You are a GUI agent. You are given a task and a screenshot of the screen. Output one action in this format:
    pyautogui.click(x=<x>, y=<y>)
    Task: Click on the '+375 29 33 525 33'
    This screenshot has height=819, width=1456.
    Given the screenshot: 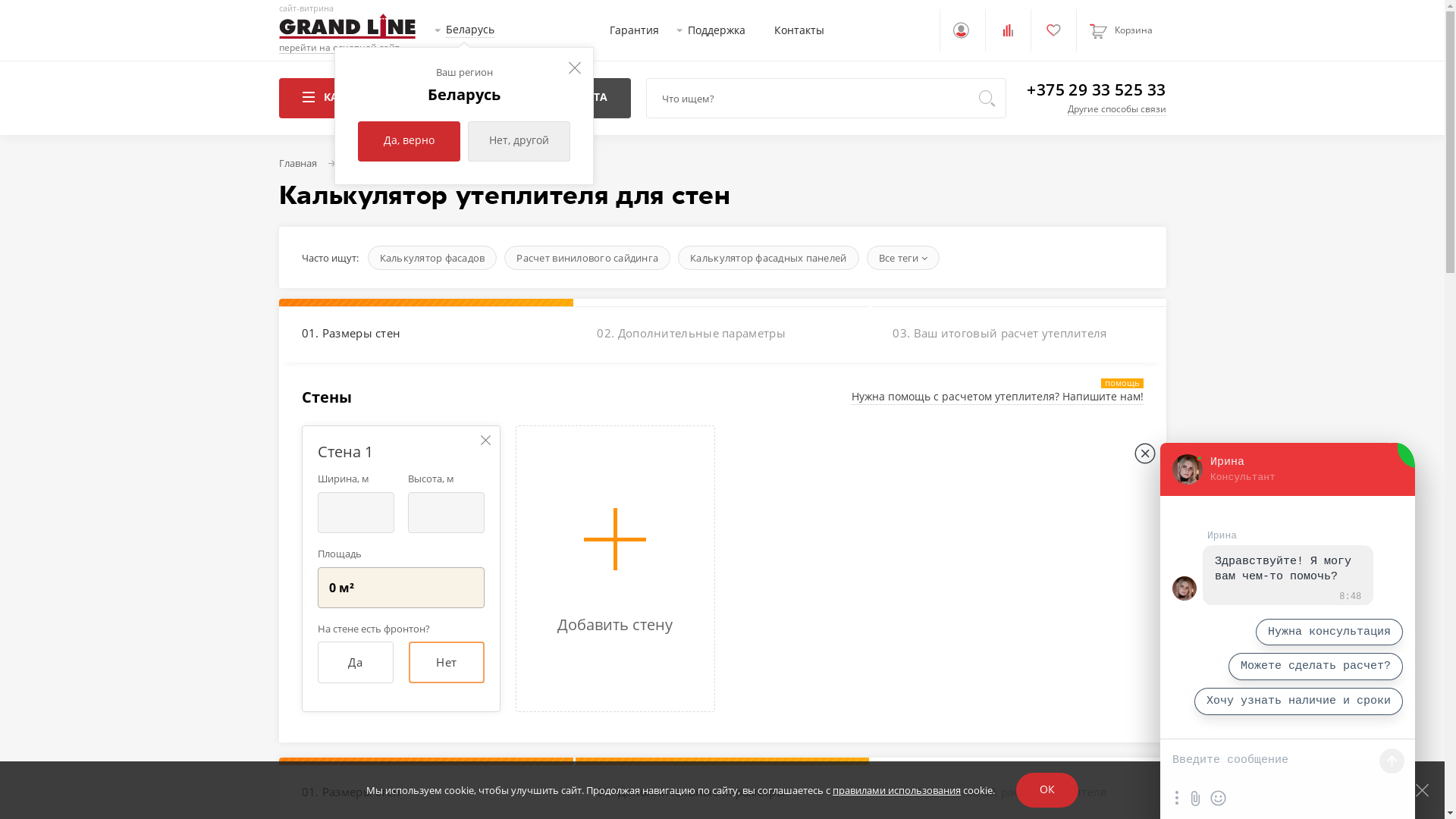 What is the action you would take?
    pyautogui.click(x=1096, y=89)
    